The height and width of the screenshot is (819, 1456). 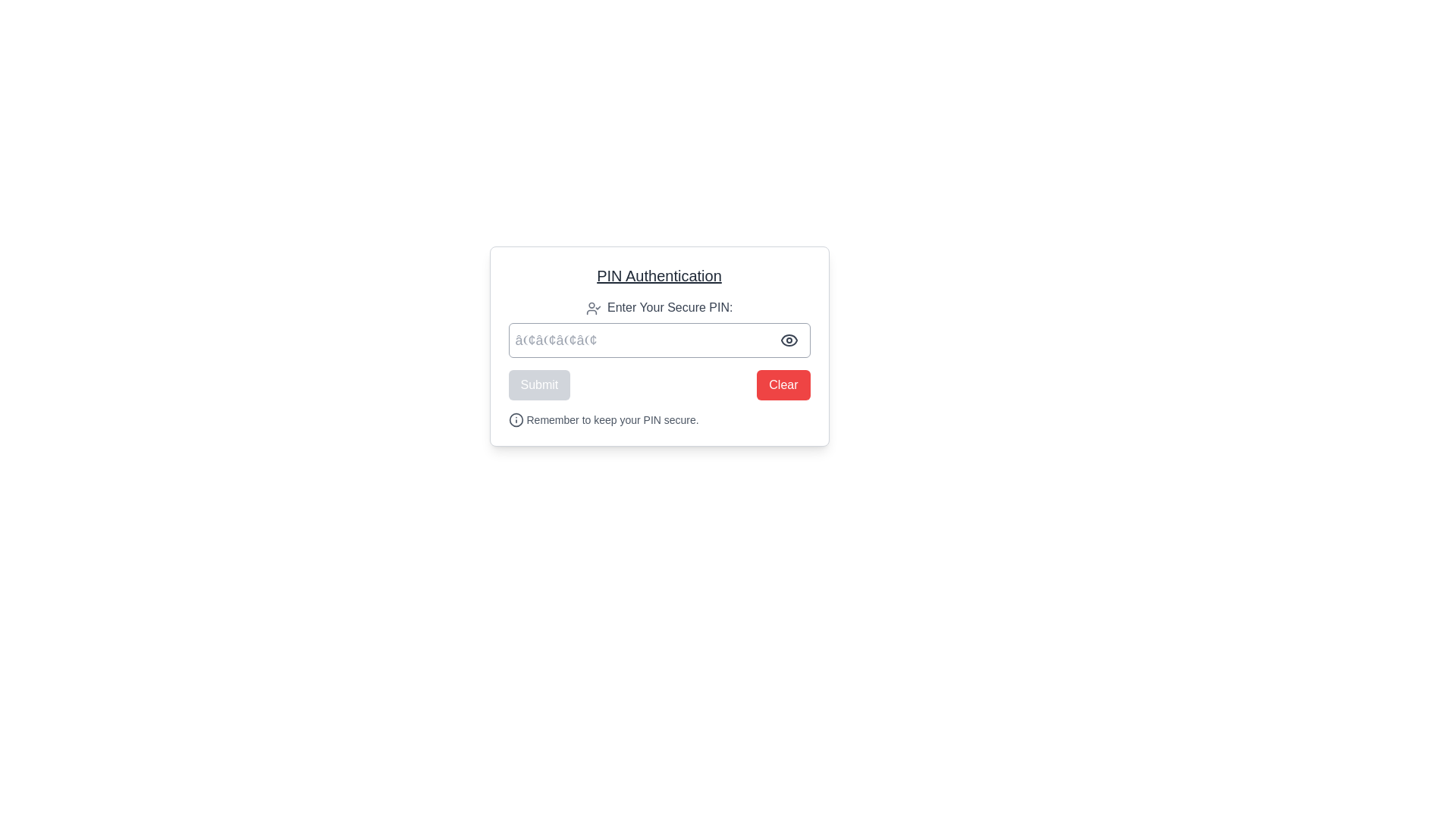 I want to click on the user avatar icon with a checkmark next to it, which is located to the left of the text label 'Enter Your Secure PIN:' in the 'PIN Authentication' box, so click(x=592, y=307).